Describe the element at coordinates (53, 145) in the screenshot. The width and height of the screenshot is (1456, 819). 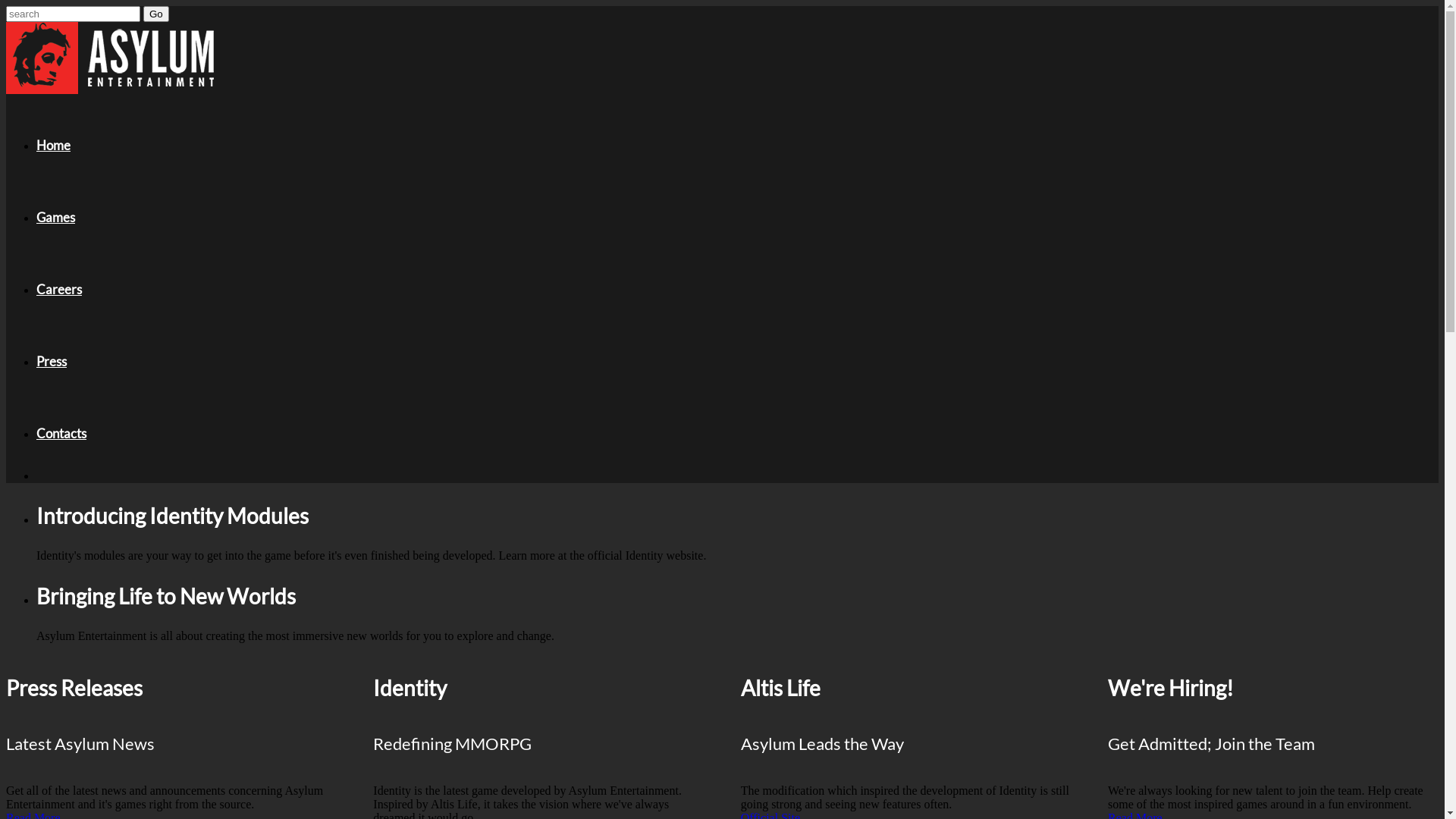
I see `'Home'` at that location.